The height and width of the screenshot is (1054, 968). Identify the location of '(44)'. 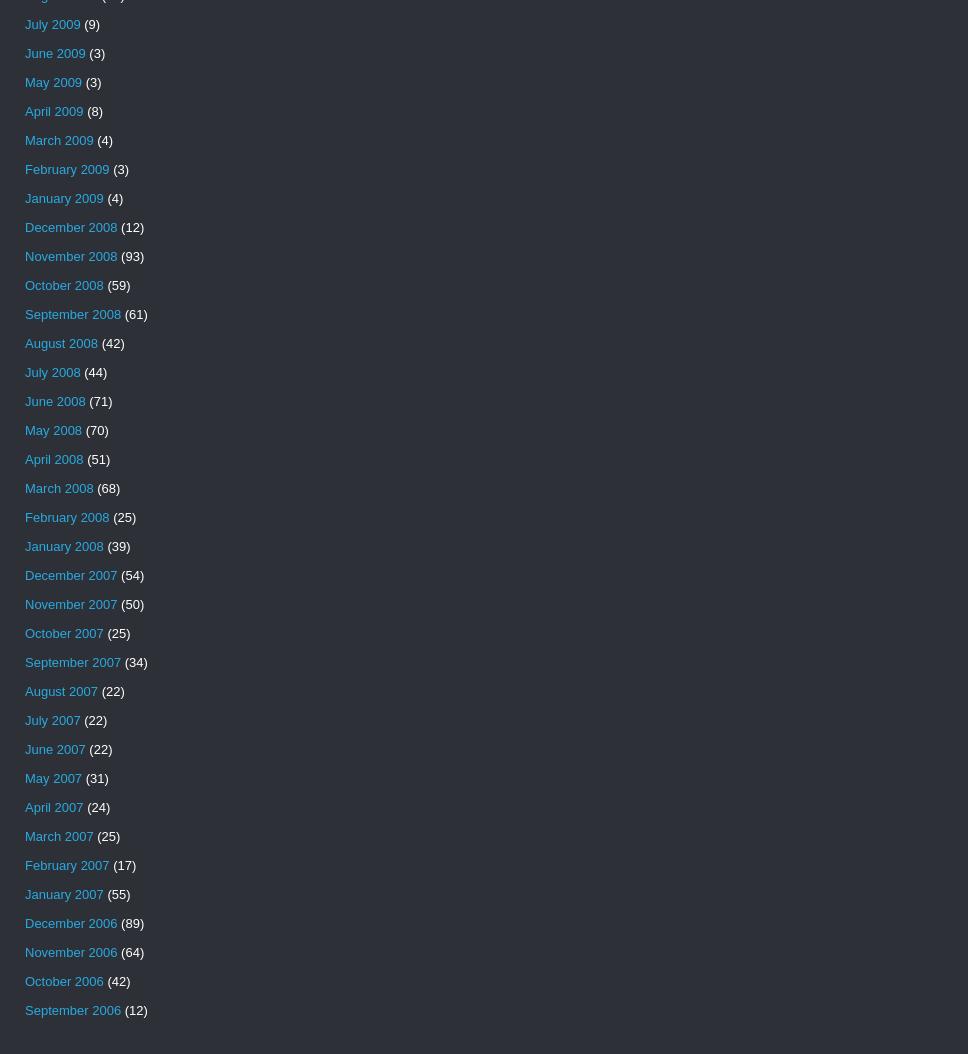
(93, 371).